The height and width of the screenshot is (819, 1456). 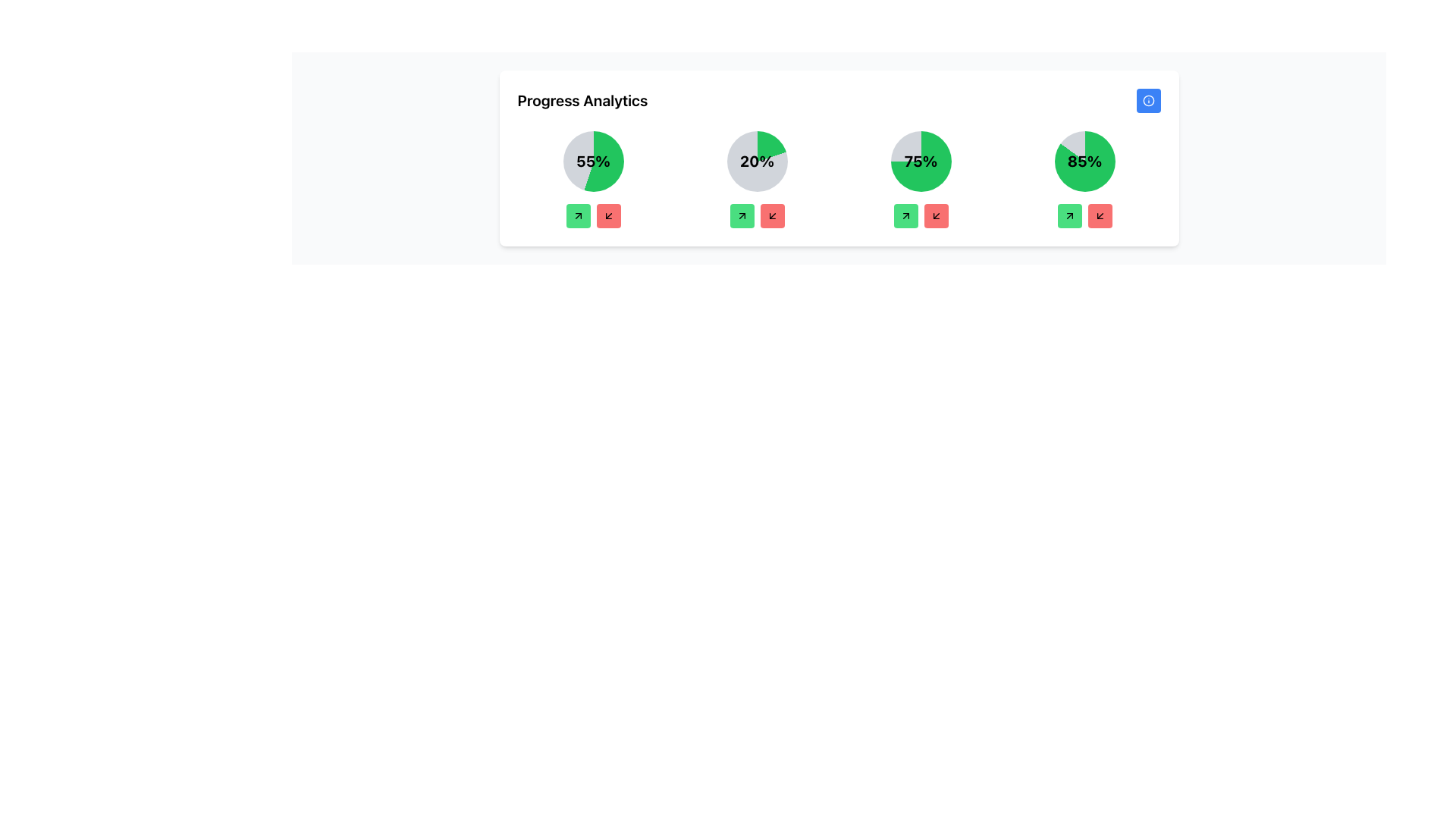 I want to click on the down-left arrow icon contained within the red square button located below the '55%' progress chart in the 'Progress Analytics' section, so click(x=608, y=216).